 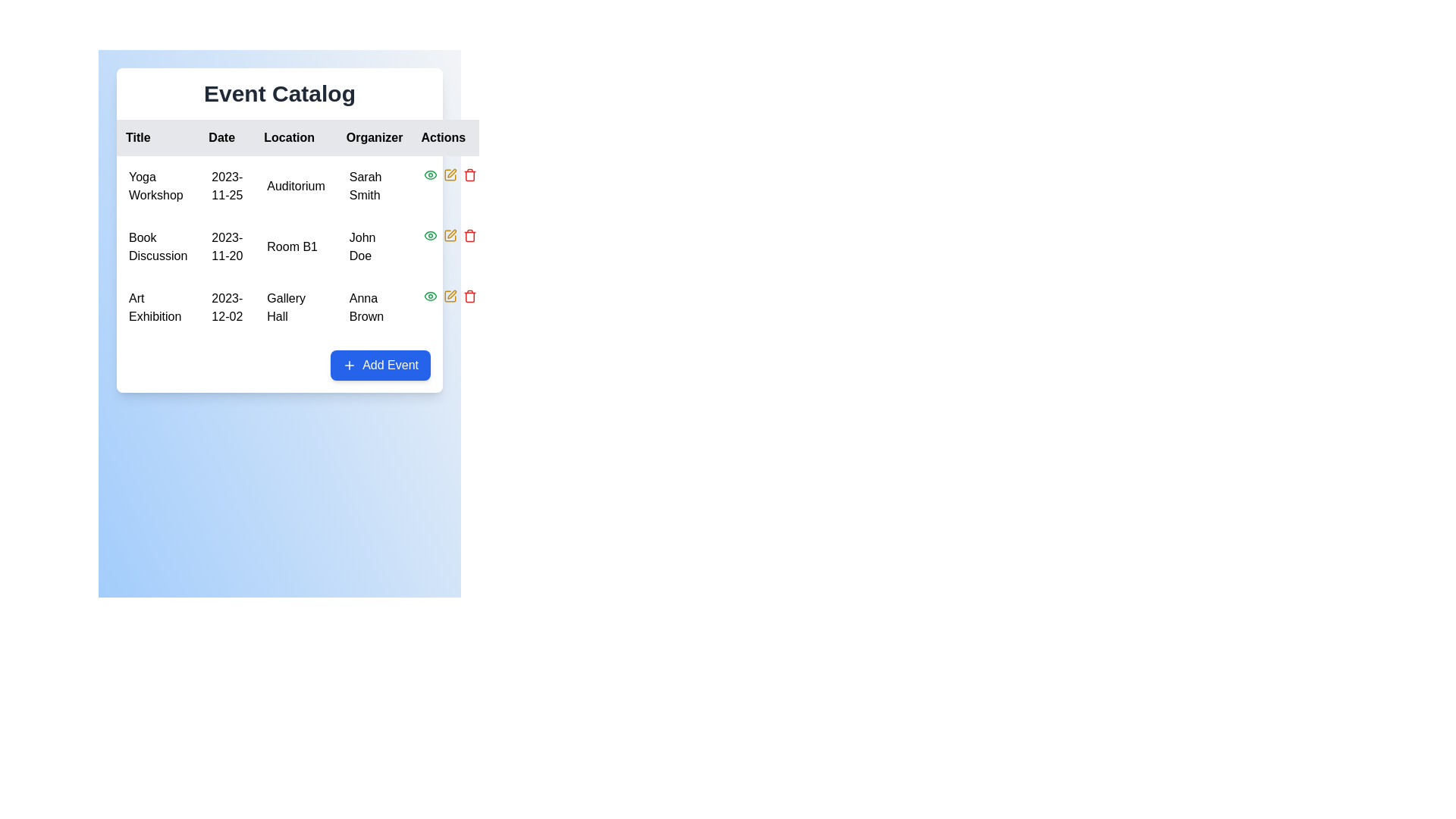 I want to click on the Text Label displaying the date for the 'Yoga Workshop' event, located in the second column of the first row of the table, so click(x=226, y=186).